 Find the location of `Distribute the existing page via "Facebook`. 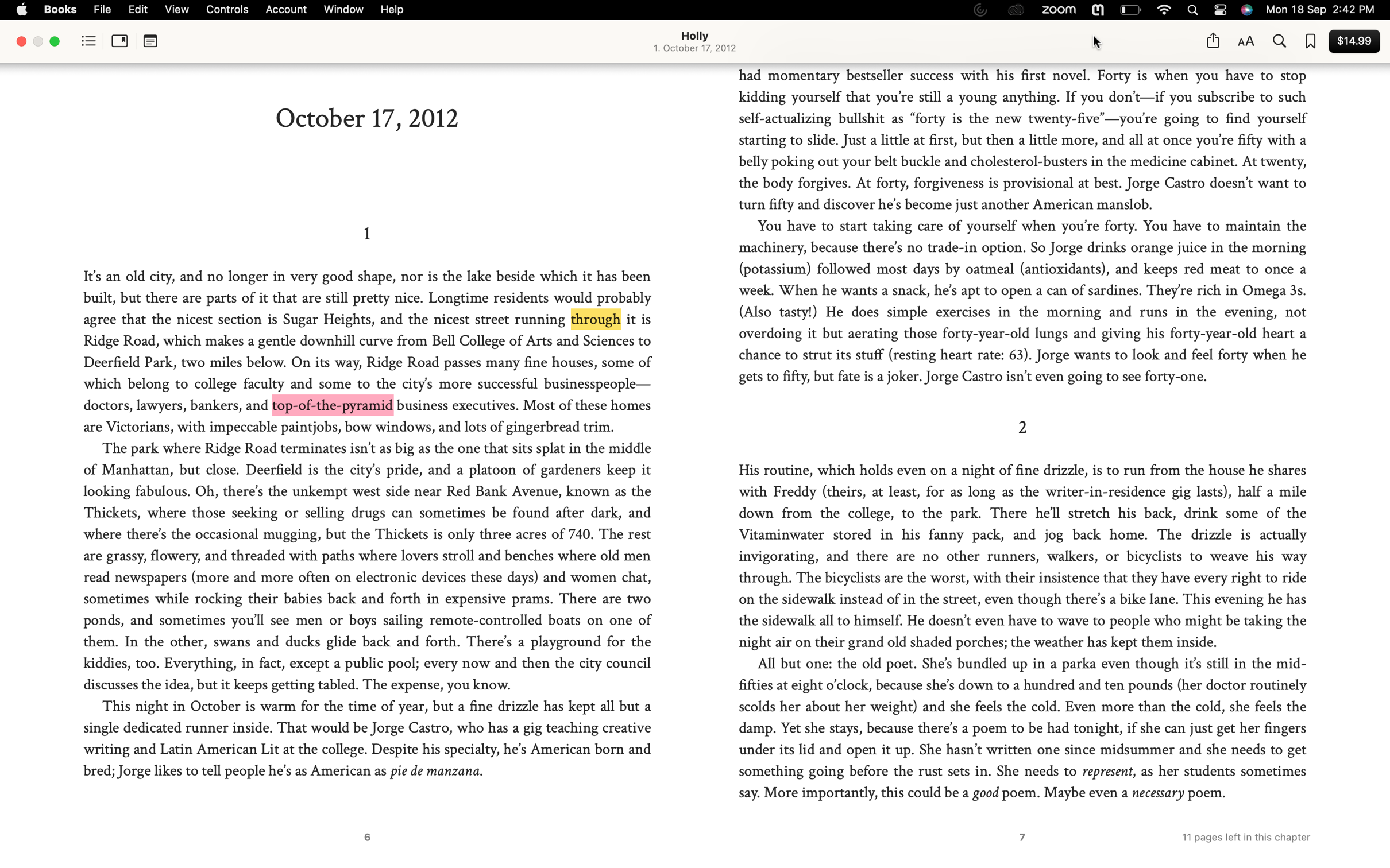

Distribute the existing page via "Facebook is located at coordinates (1212, 40).